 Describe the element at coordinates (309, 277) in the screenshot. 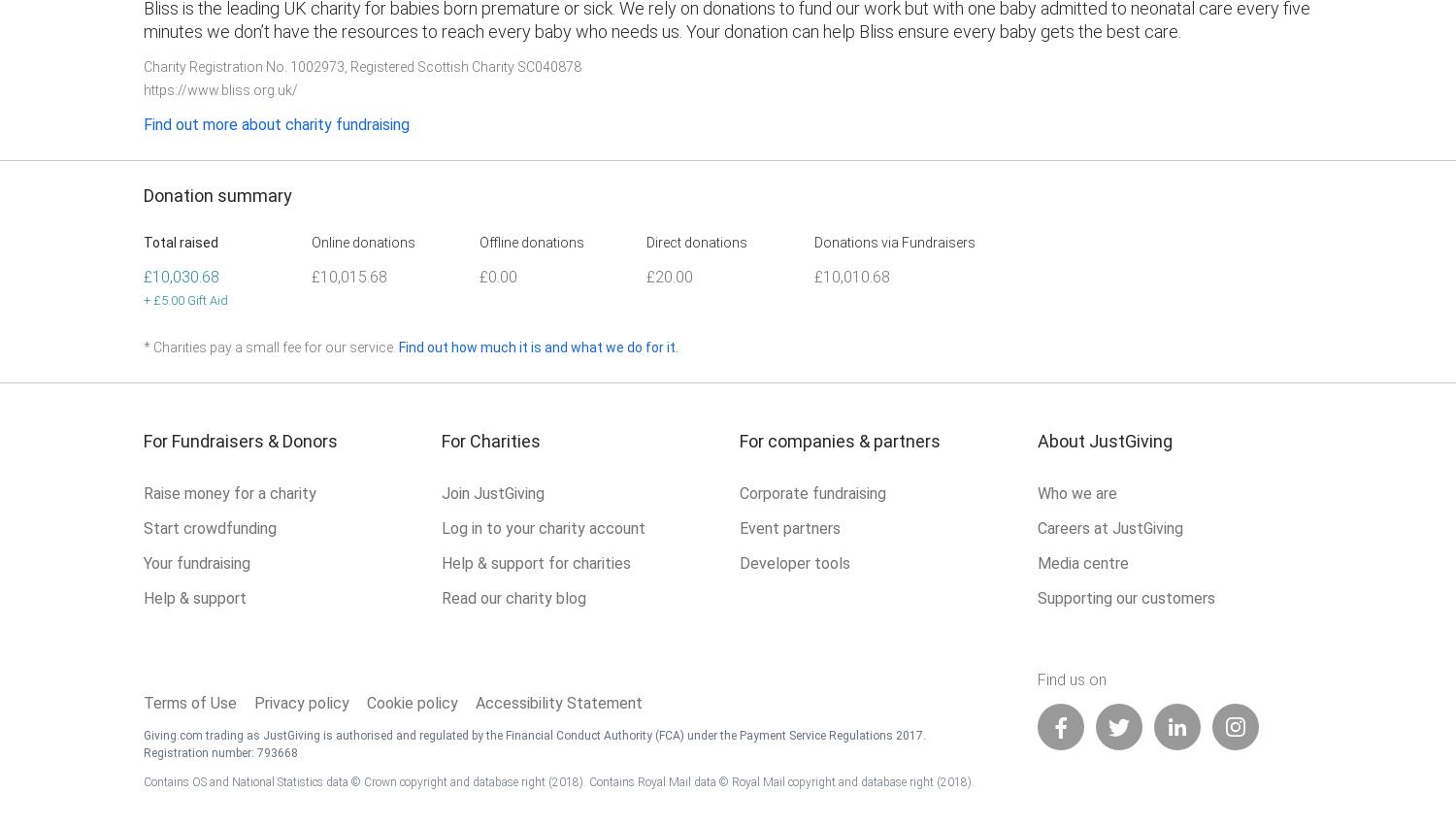

I see `'£10,015.68'` at that location.